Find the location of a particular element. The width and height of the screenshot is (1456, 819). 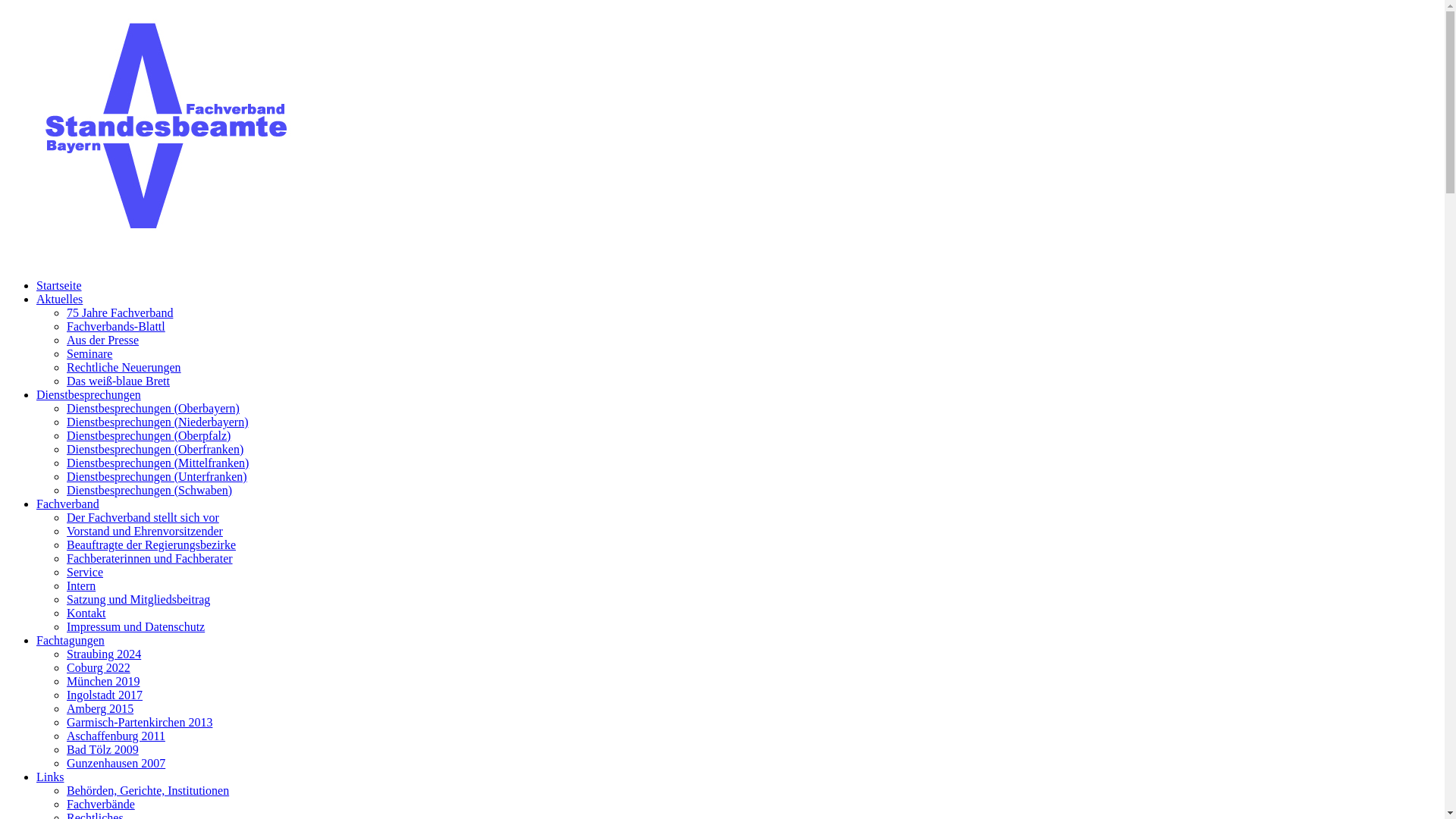

'Aus der Presse' is located at coordinates (102, 339).